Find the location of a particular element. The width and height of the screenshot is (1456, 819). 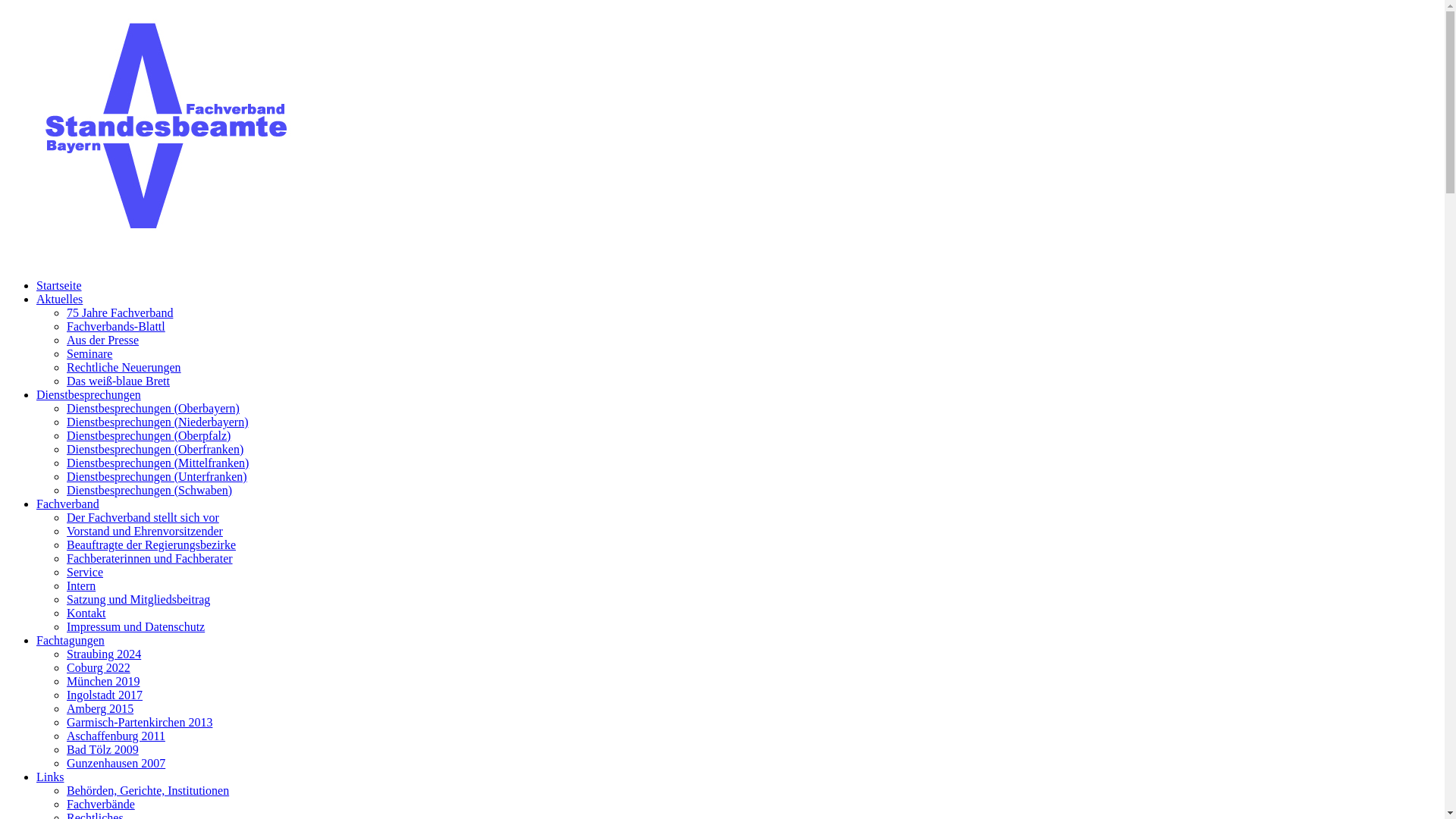

'Aus der Presse' is located at coordinates (102, 339).